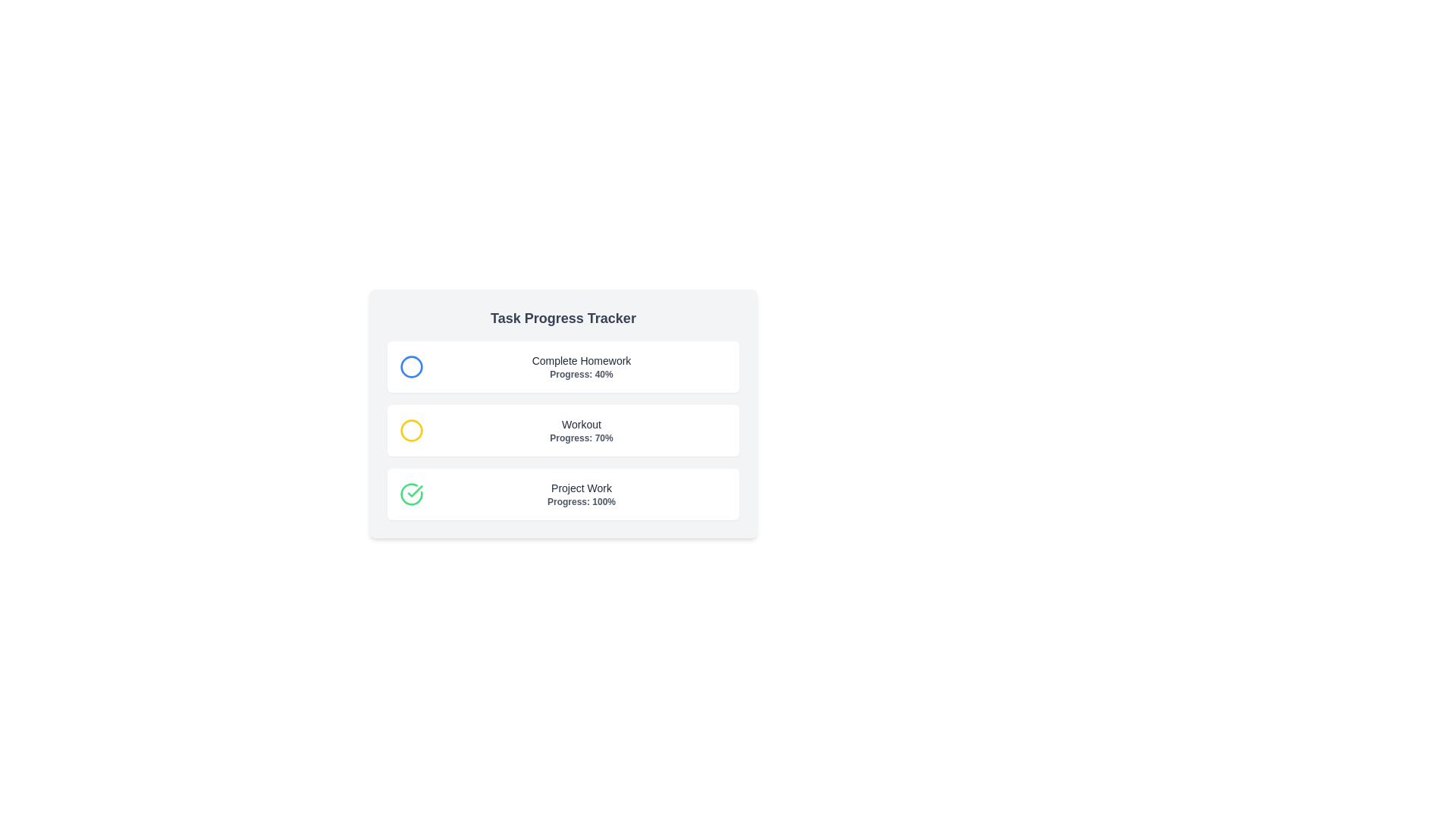 Image resolution: width=1456 pixels, height=819 pixels. What do you see at coordinates (581, 374) in the screenshot?
I see `the text label displaying 'Progress: 40%' located at the bottom of the 'Complete Homework' task box in the task progress tracker interface` at bounding box center [581, 374].